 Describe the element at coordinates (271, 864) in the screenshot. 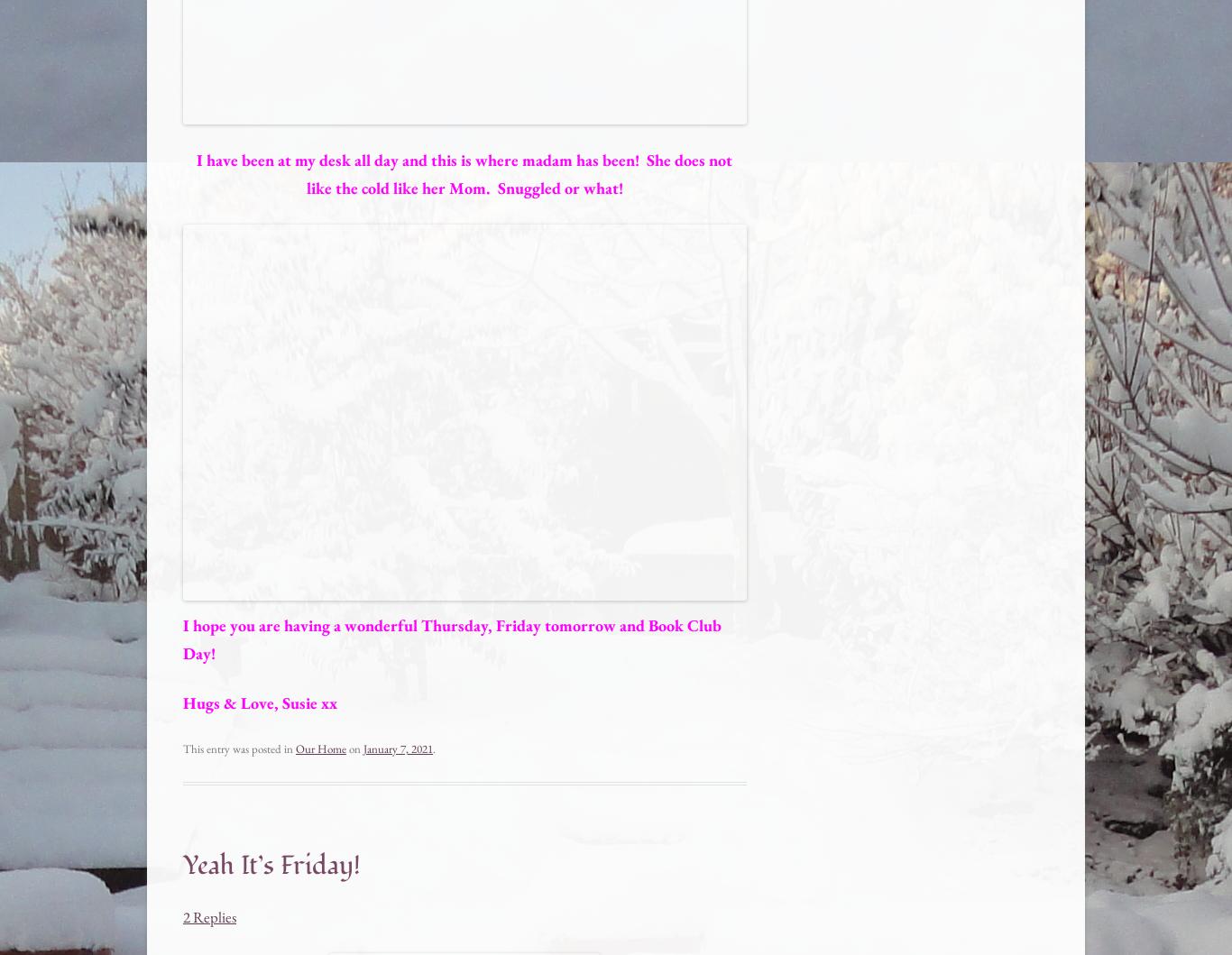

I see `'Yeah It’s Friday!'` at that location.